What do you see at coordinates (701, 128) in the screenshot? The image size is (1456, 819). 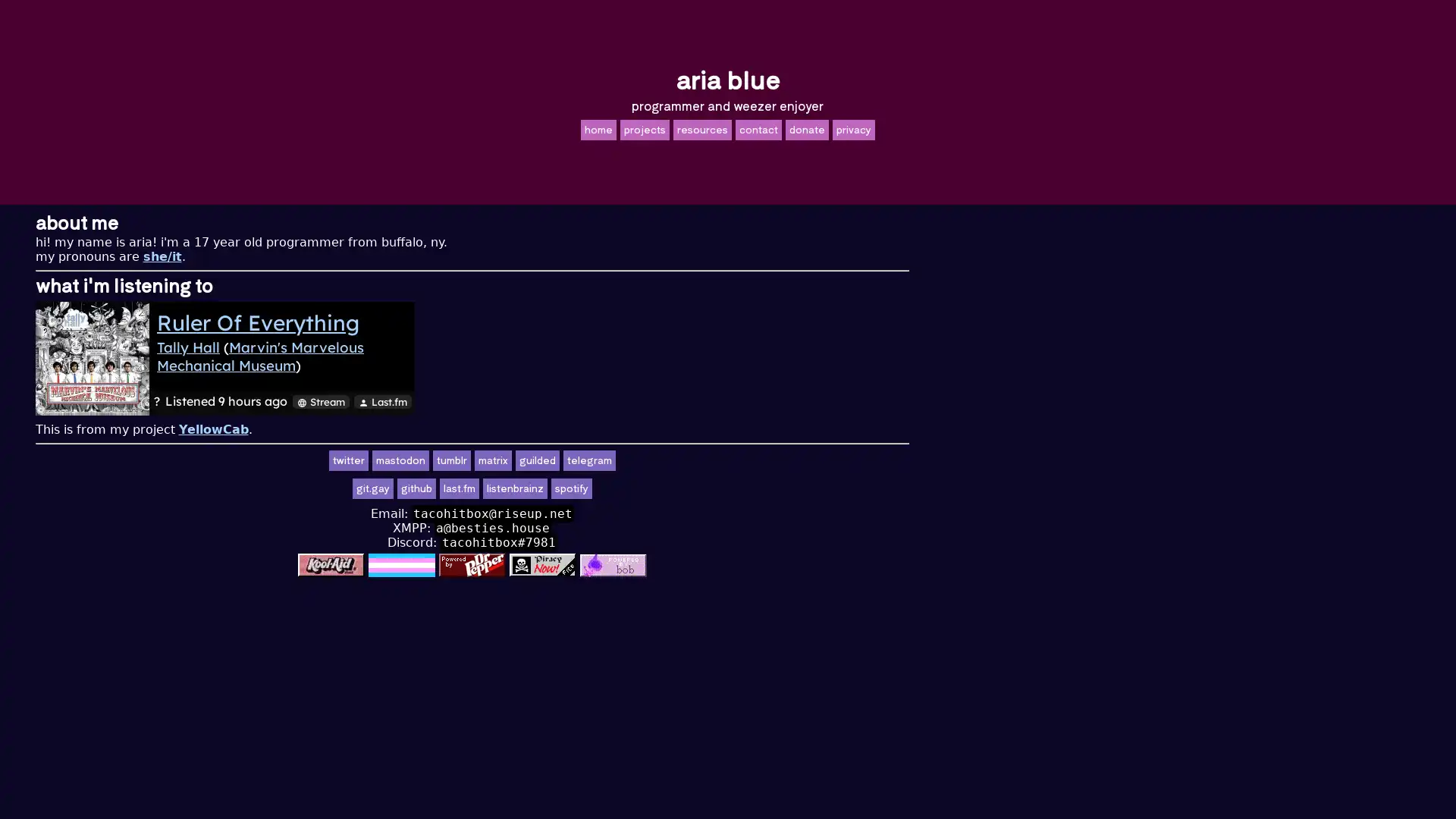 I see `resources` at bounding box center [701, 128].